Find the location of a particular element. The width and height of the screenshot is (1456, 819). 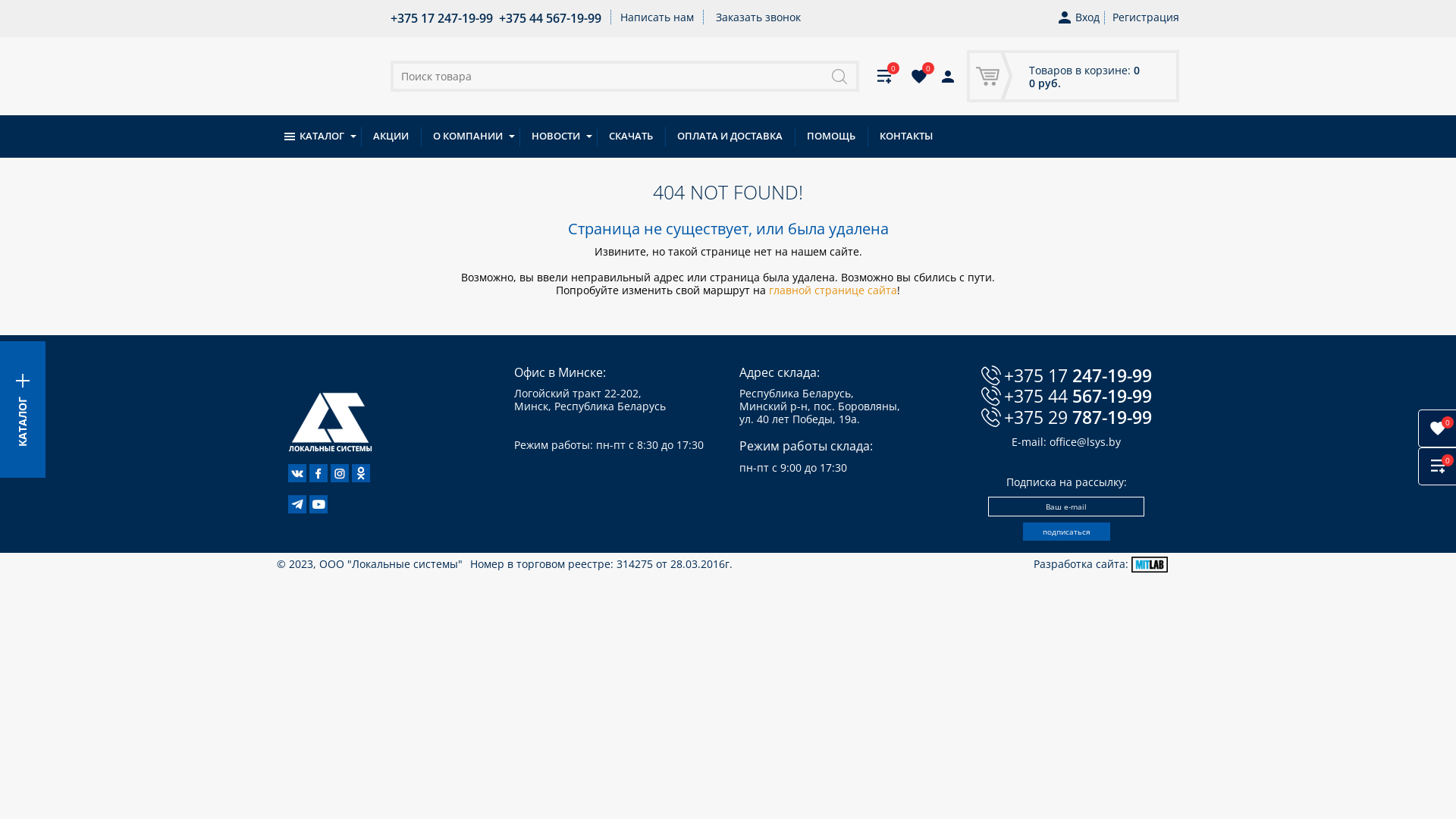

'+375 44 567-19-99' is located at coordinates (549, 17).